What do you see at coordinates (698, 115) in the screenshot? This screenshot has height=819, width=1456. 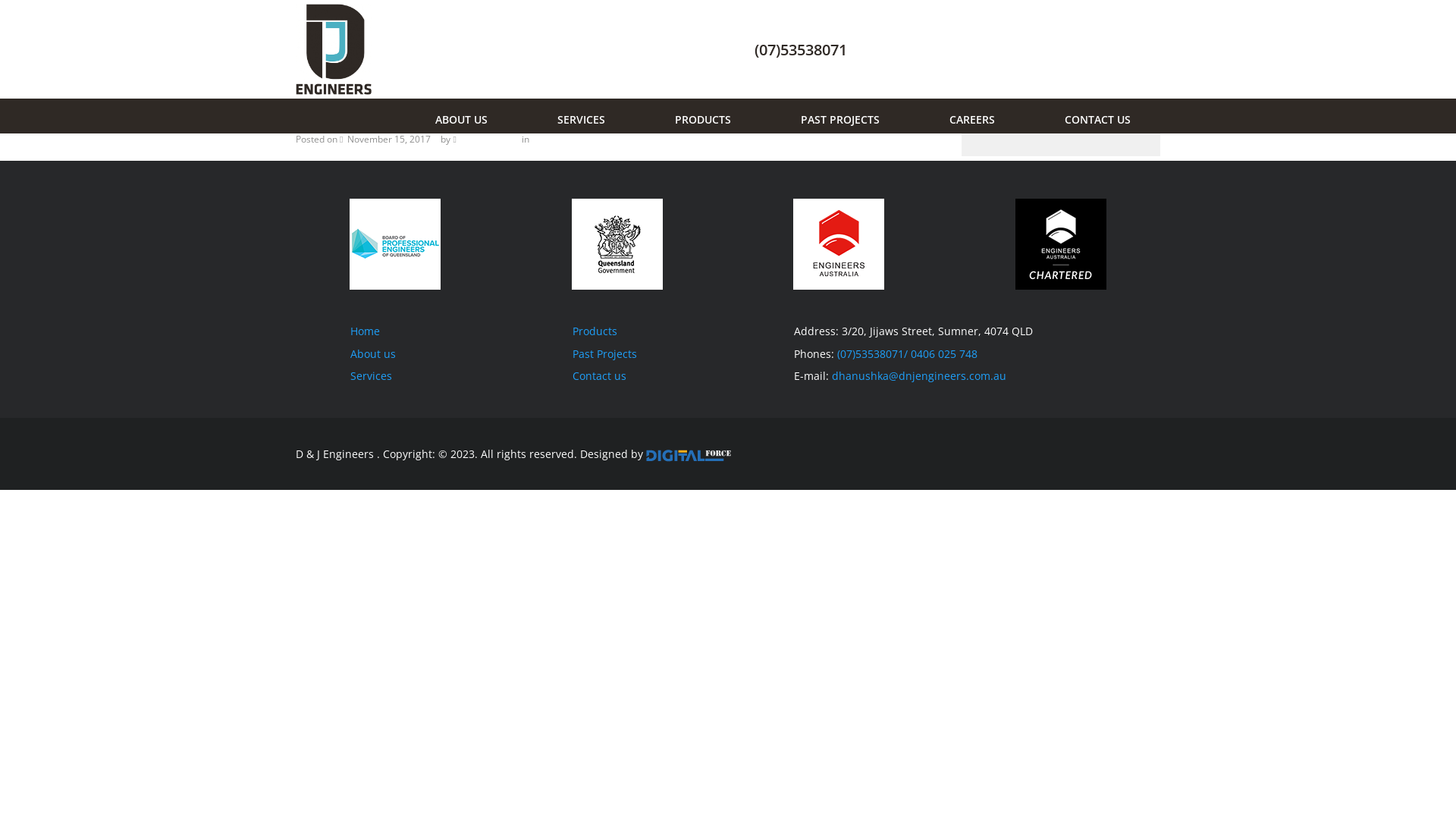 I see `'PRODUCTS'` at bounding box center [698, 115].